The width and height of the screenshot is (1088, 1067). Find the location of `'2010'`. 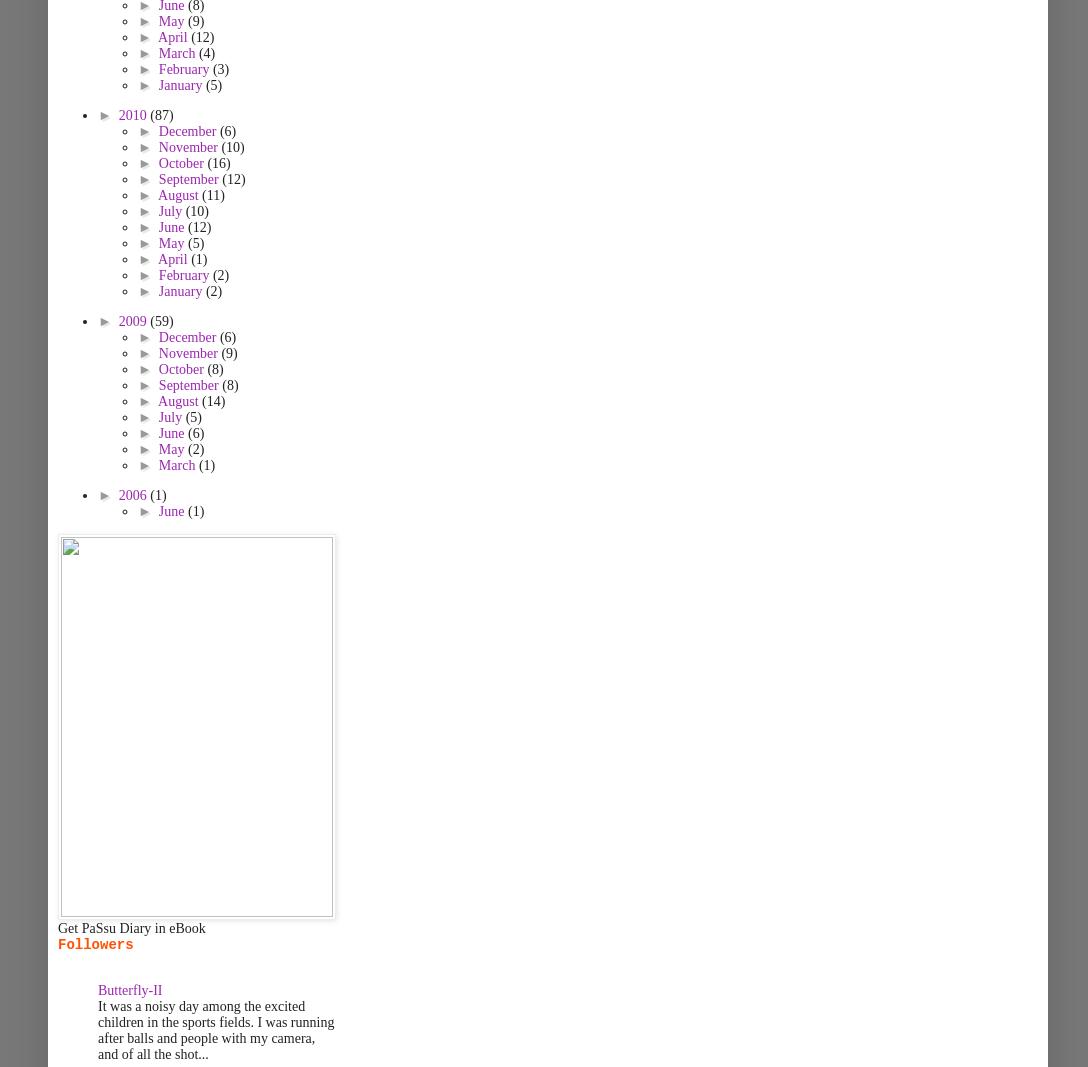

'2010' is located at coordinates (118, 114).